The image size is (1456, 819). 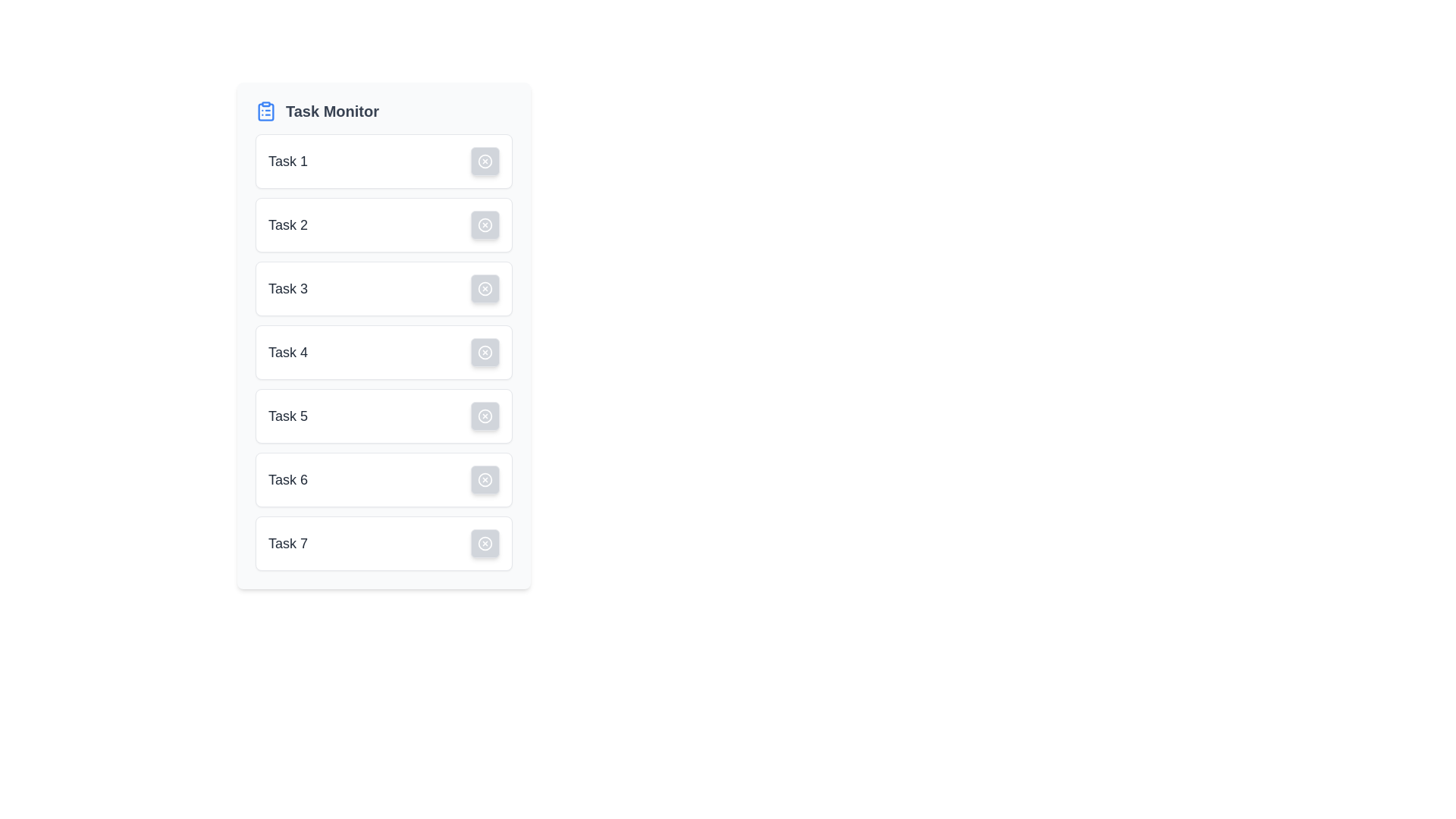 What do you see at coordinates (484, 543) in the screenshot?
I see `the delete or close icon button associated with 'Task 7'` at bounding box center [484, 543].